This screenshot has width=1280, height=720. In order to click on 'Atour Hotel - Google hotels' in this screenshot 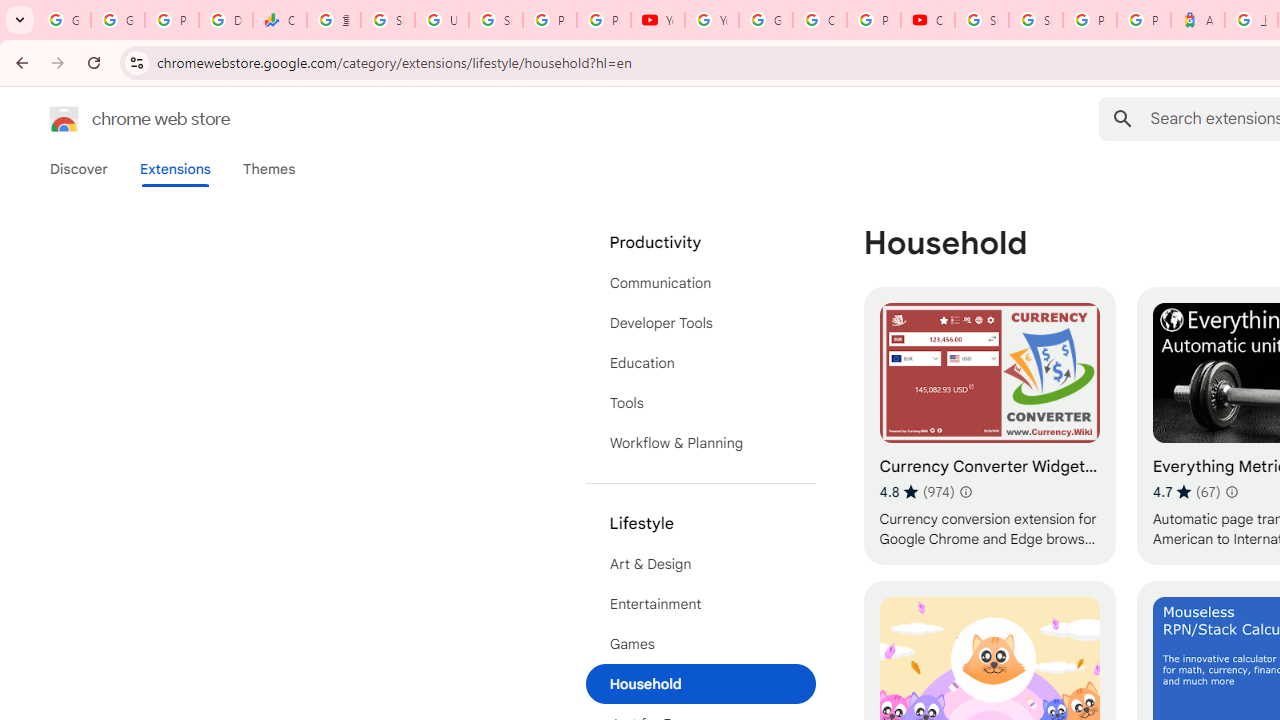, I will do `click(1198, 20)`.